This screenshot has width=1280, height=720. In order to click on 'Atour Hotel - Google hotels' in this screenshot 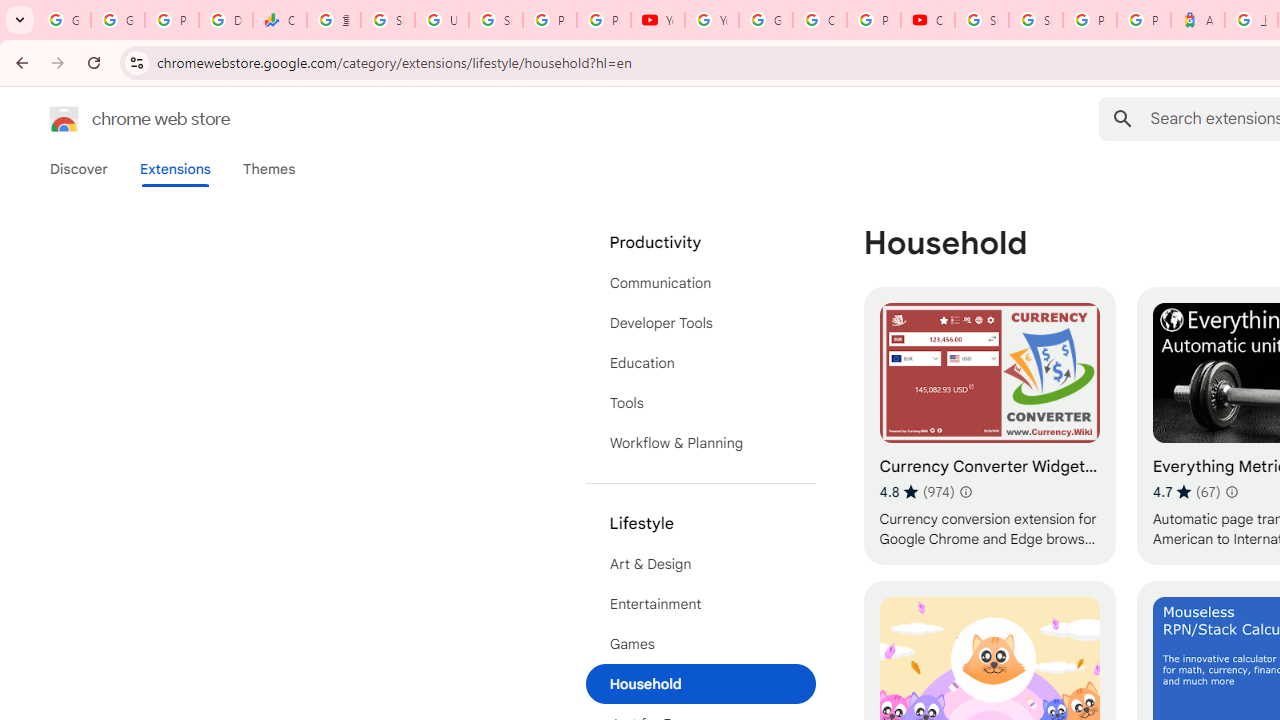, I will do `click(1198, 20)`.